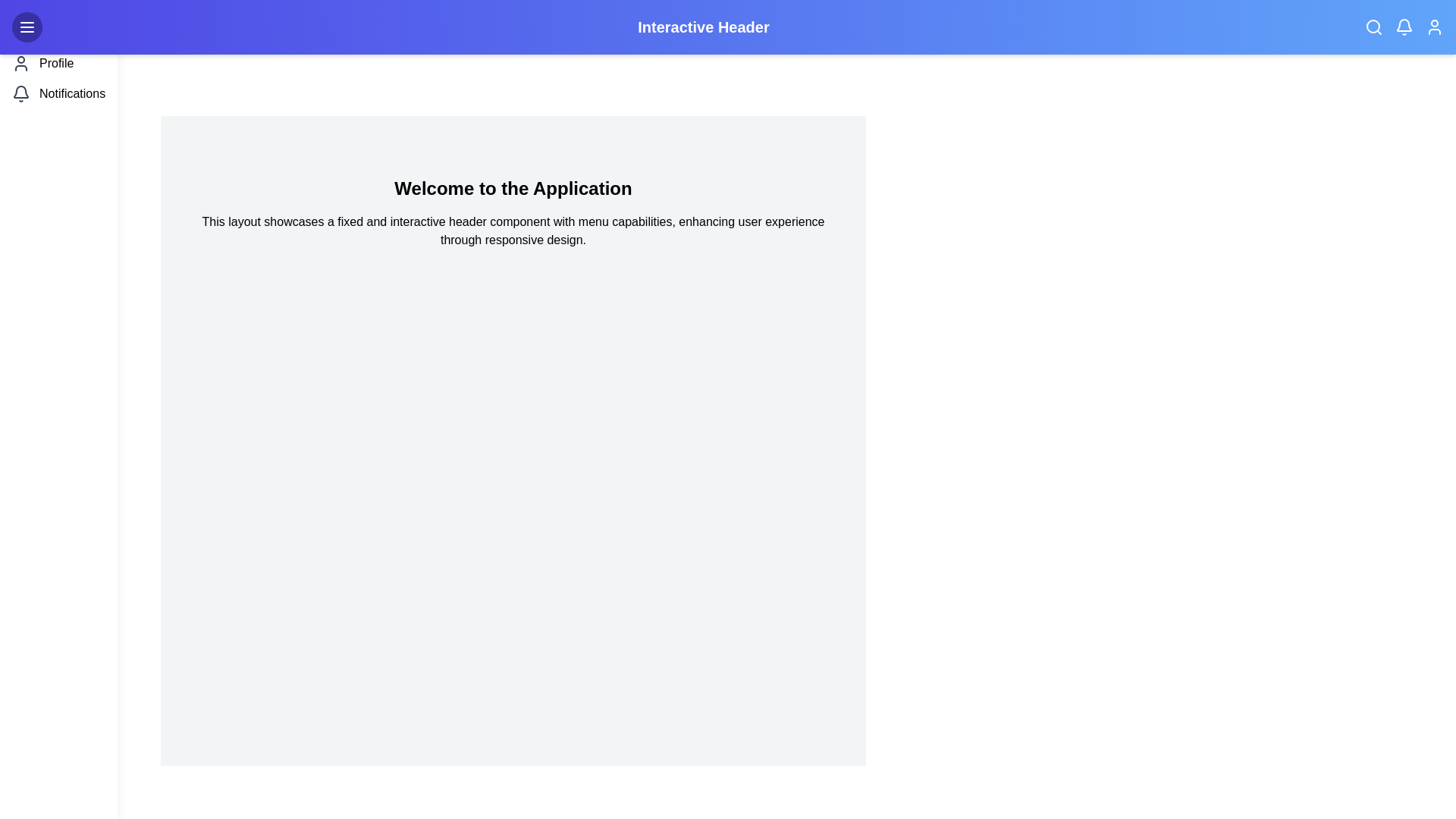  Describe the element at coordinates (702, 27) in the screenshot. I see `the 'Interactive Header' text element, which is displayed in a large, bold font at the top of the interface within a blue header bar` at that location.